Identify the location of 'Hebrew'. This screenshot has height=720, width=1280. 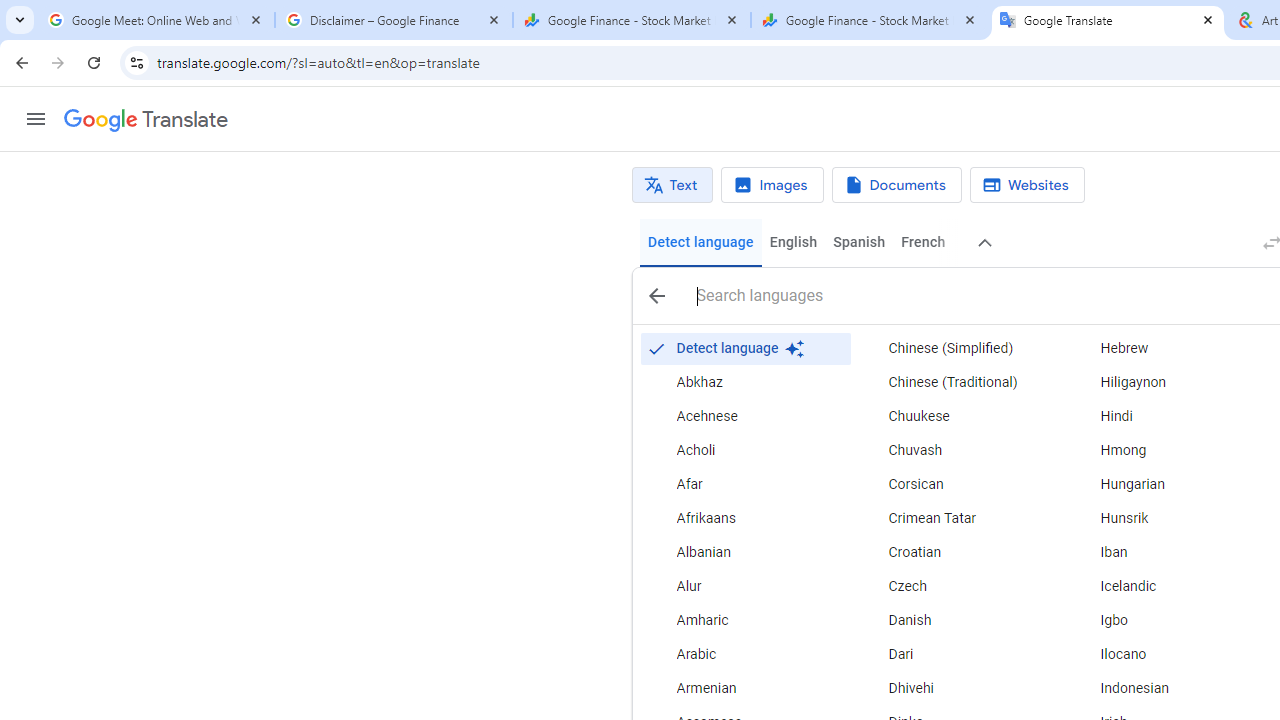
(1169, 347).